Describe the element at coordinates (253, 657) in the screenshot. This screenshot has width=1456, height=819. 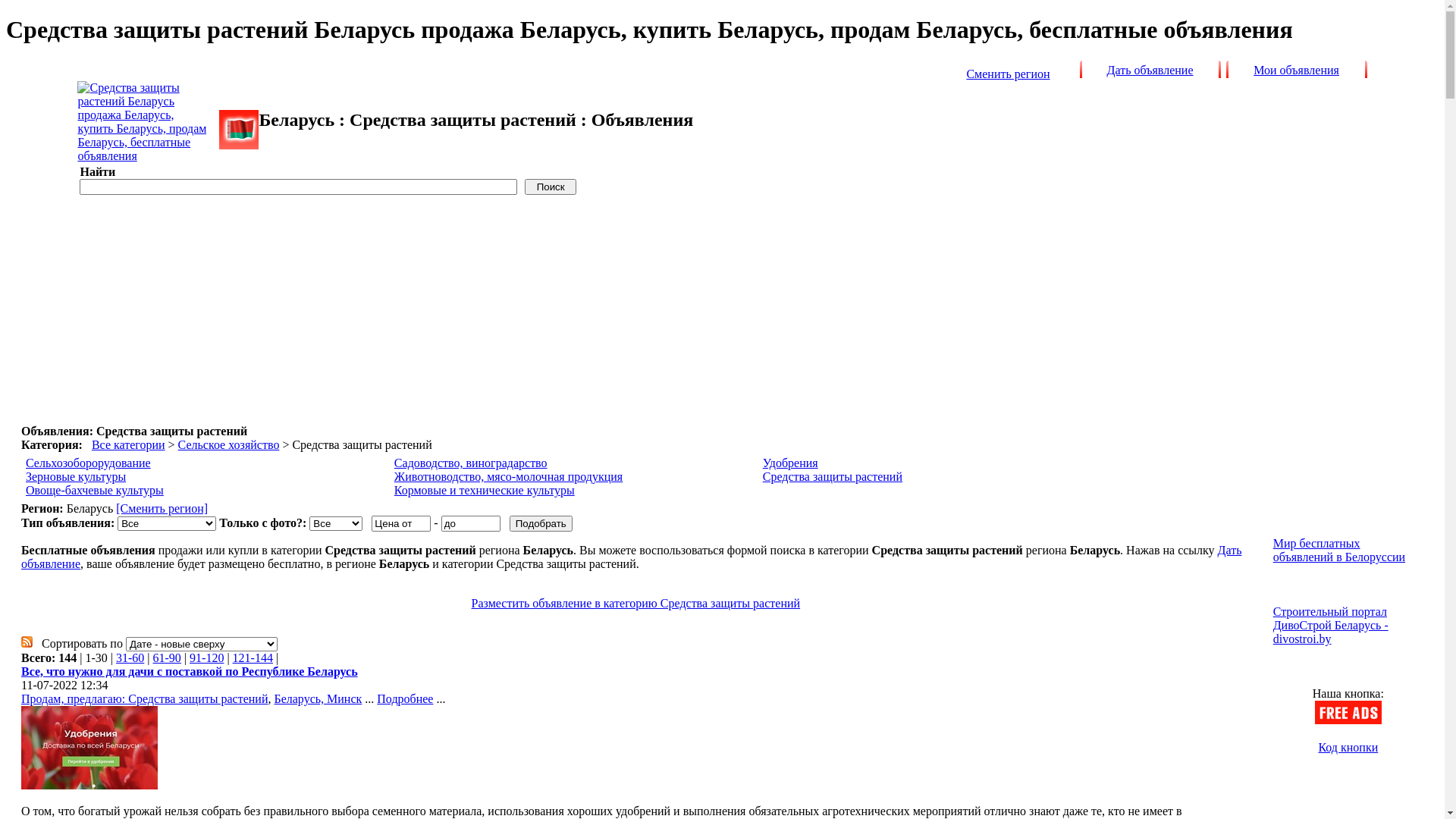
I see `'121-144'` at that location.